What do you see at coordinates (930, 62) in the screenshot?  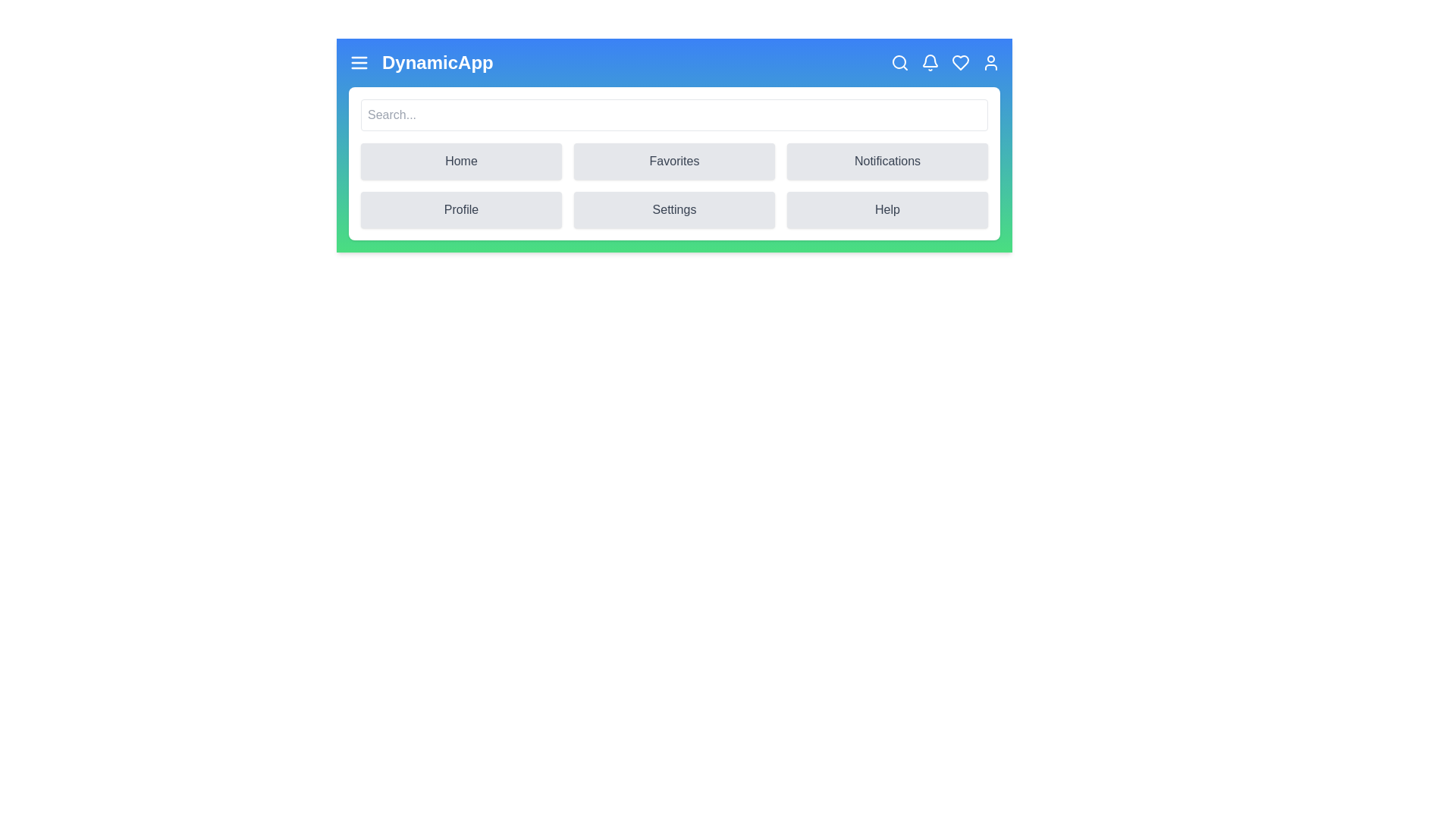 I see `the bell icon to view notifications` at bounding box center [930, 62].